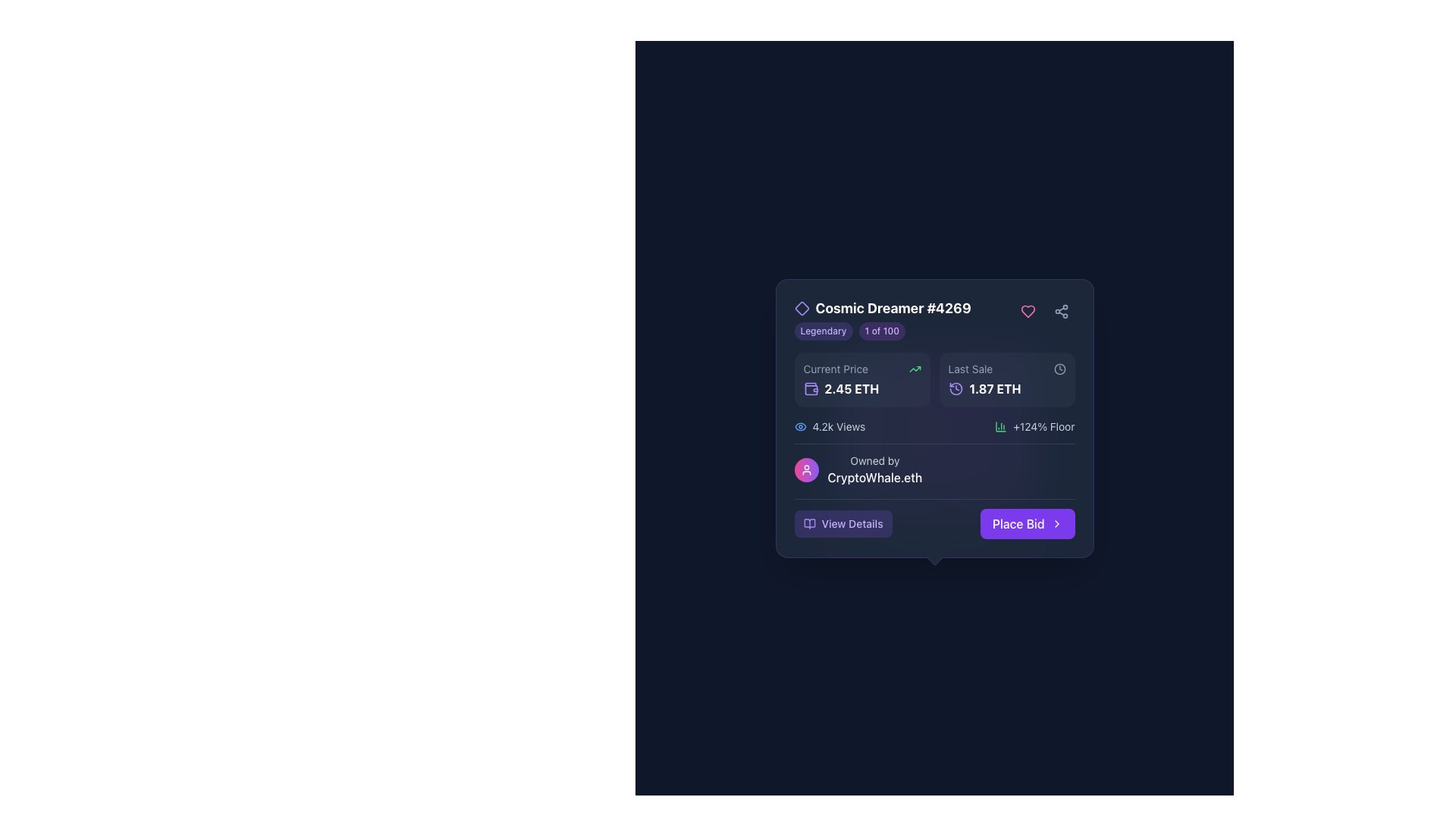  Describe the element at coordinates (955, 388) in the screenshot. I see `the historical event icon located to the right of the 'Last Sale' label for 'Cosmic Dreamer #4269'` at that location.